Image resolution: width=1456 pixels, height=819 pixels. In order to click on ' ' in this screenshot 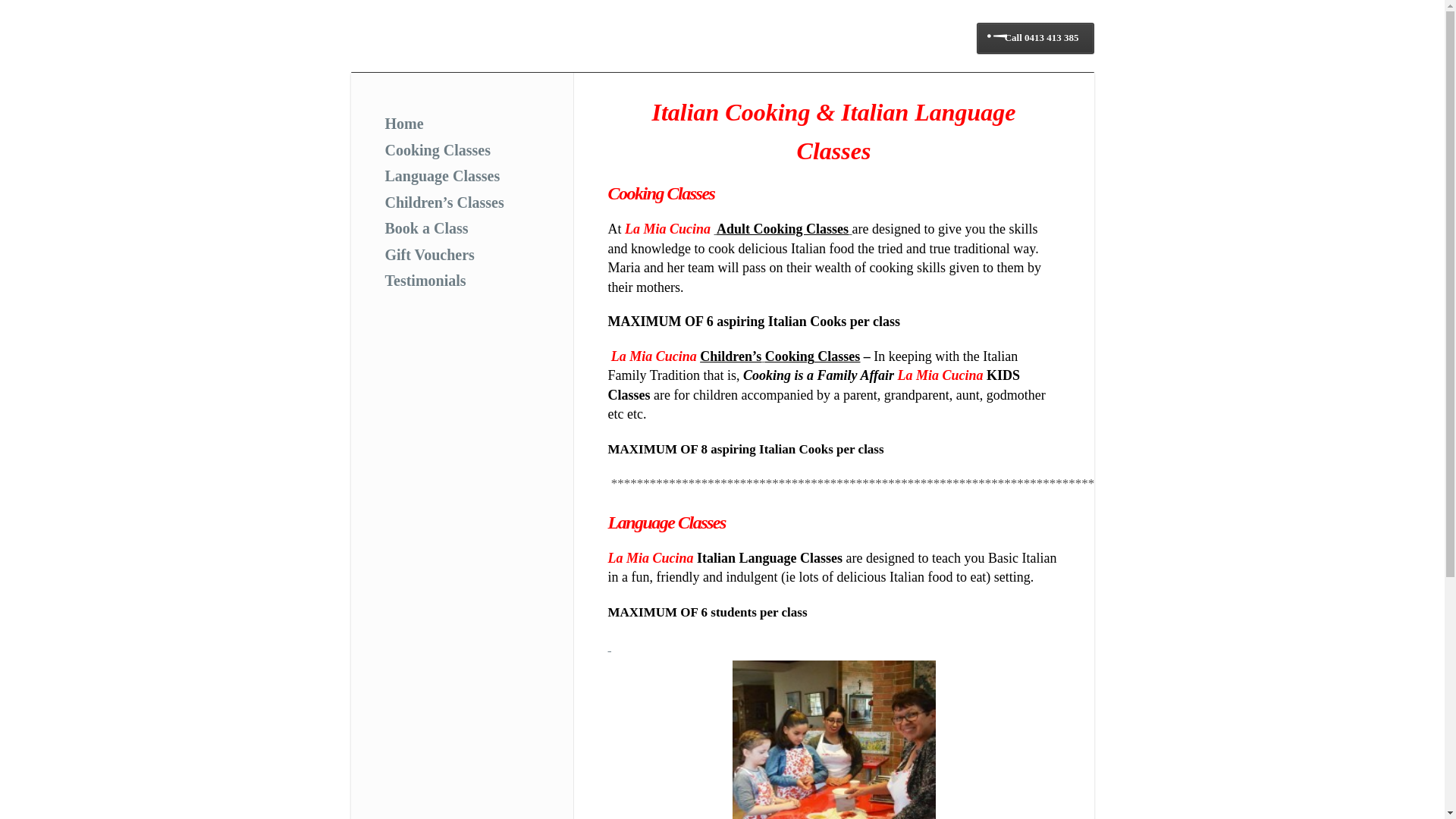, I will do `click(610, 646)`.